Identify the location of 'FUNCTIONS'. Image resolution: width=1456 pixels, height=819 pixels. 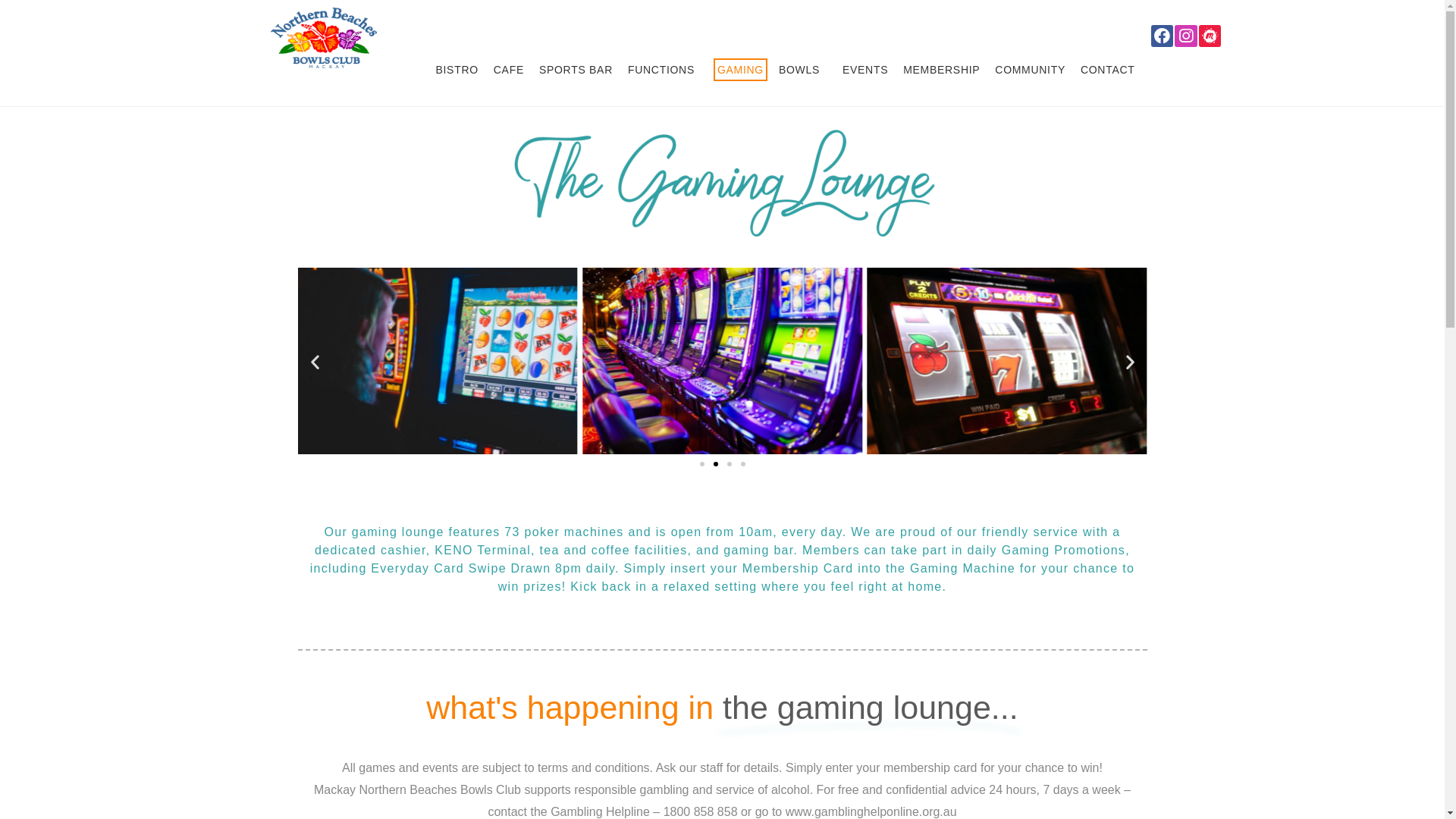
(665, 70).